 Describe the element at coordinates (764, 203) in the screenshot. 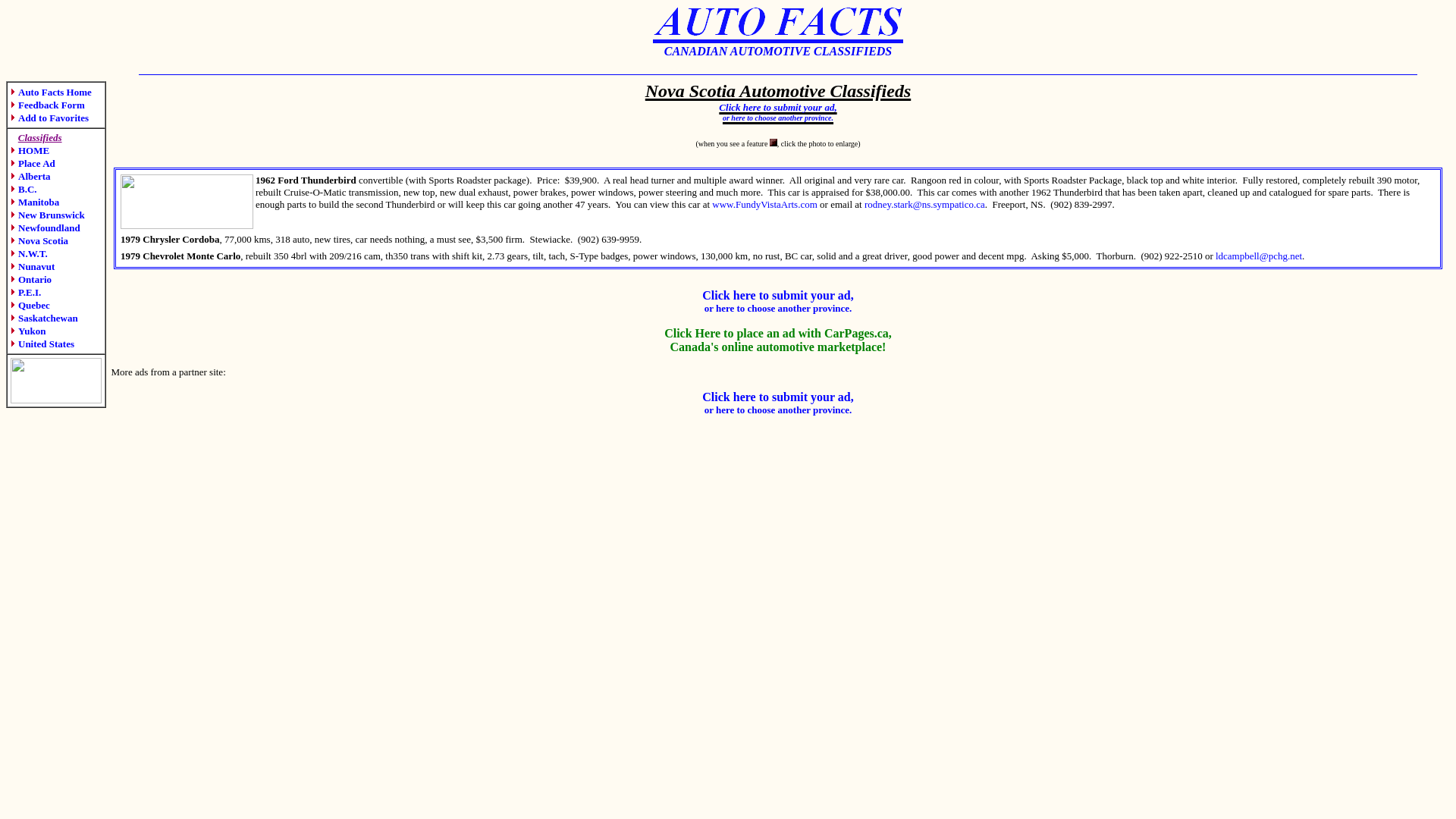

I see `'www.FundyVistaArts.com'` at that location.